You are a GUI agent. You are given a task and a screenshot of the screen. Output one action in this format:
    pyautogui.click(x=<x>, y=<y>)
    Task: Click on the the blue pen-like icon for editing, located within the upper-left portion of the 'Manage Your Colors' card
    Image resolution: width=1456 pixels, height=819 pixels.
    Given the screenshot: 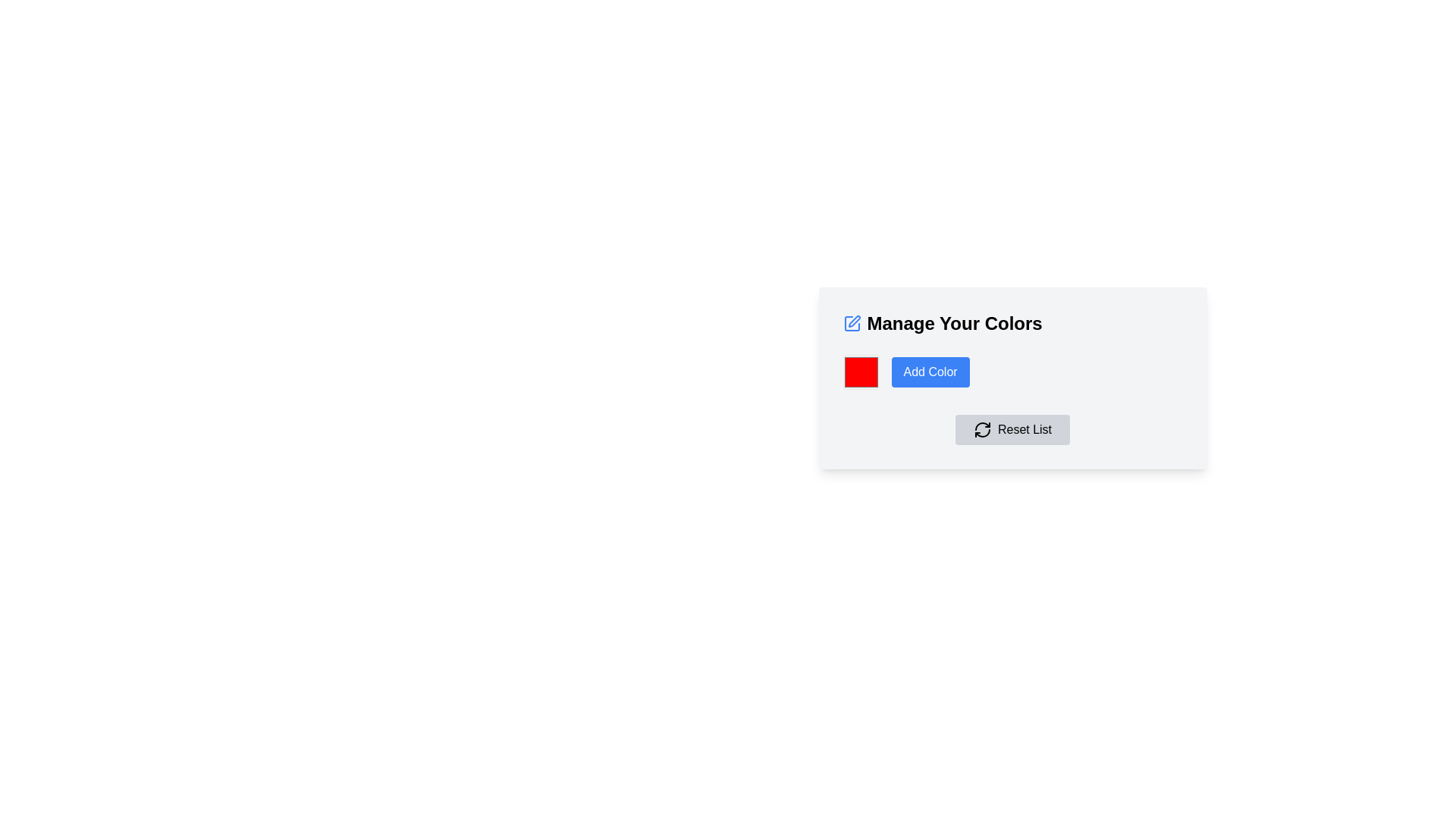 What is the action you would take?
    pyautogui.click(x=854, y=321)
    